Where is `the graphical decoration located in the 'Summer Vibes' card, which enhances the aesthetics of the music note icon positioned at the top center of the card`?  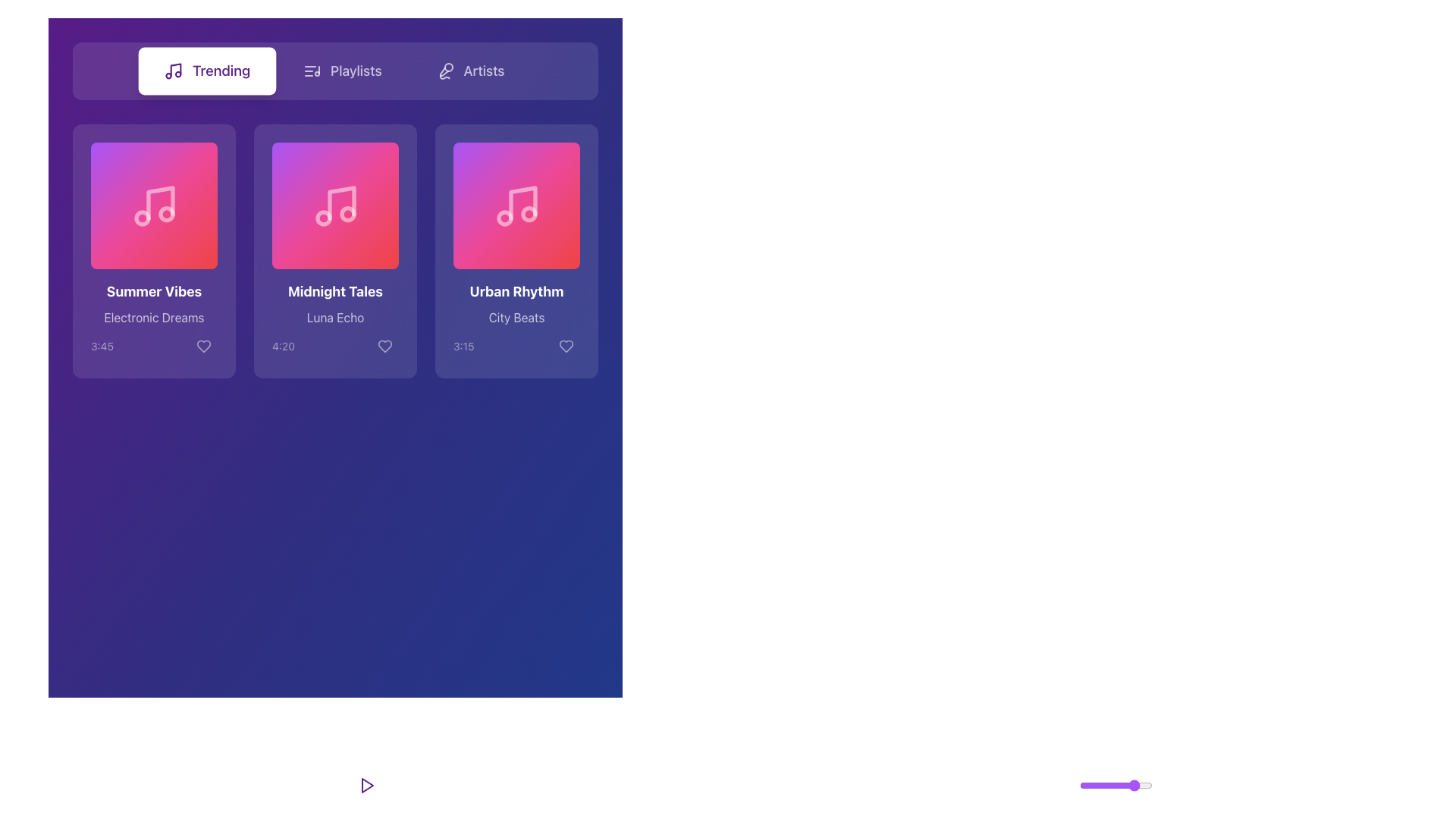
the graphical decoration located in the 'Summer Vibes' card, which enhances the aesthetics of the music note icon positioned at the top center of the card is located at coordinates (156, 206).